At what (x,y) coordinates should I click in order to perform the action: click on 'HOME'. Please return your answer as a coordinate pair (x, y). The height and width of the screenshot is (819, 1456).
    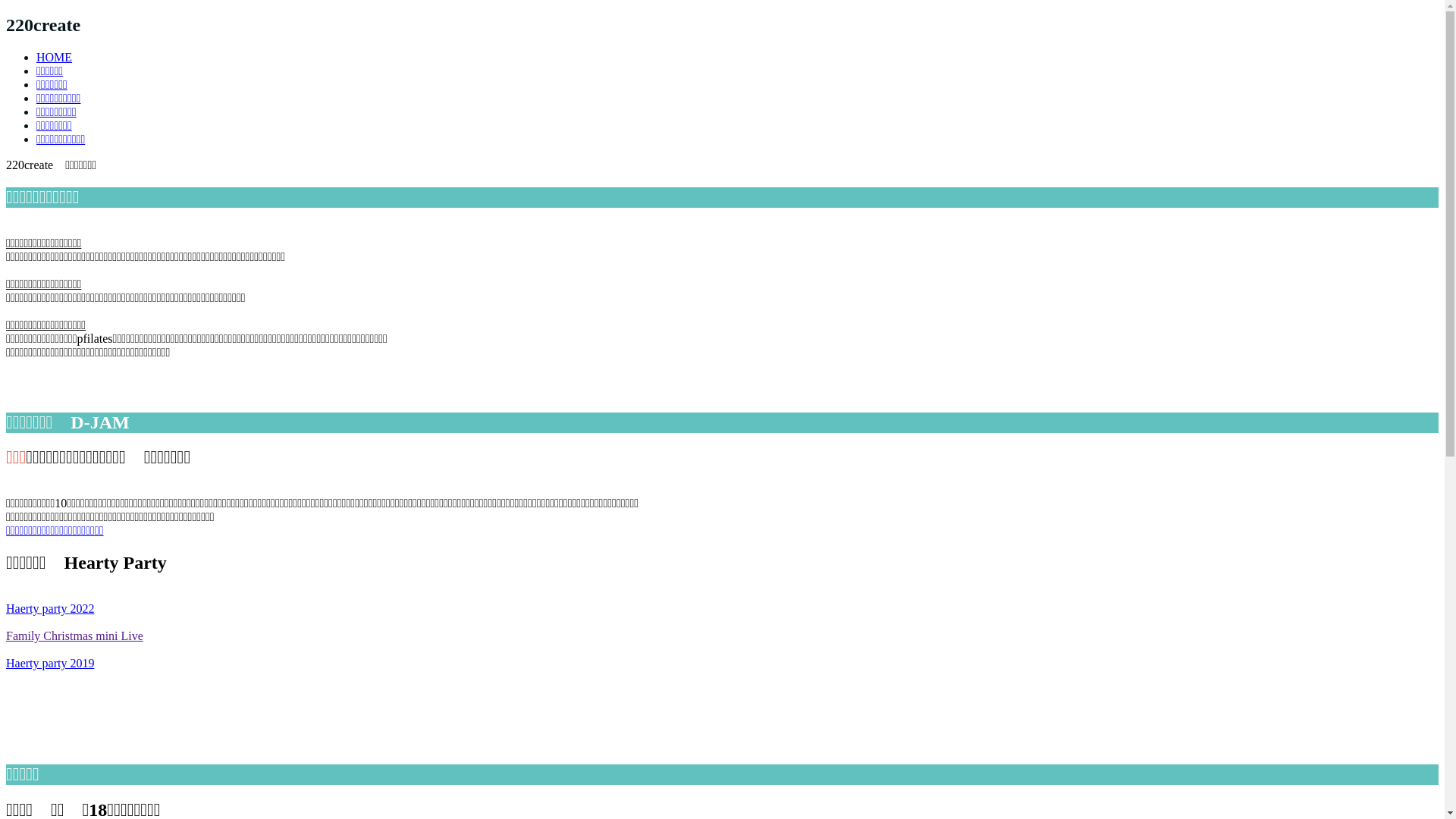
    Looking at the image, I should click on (54, 56).